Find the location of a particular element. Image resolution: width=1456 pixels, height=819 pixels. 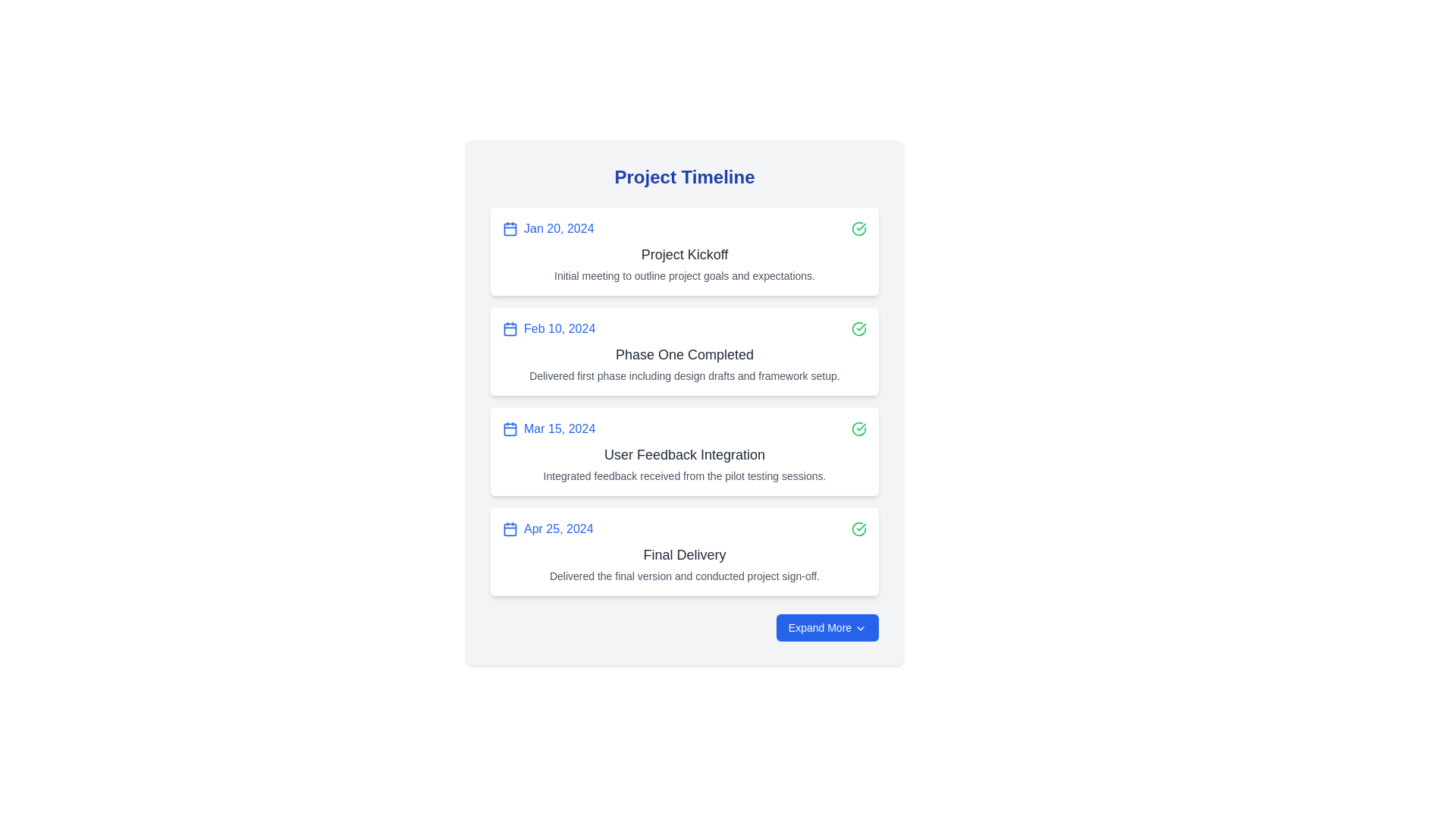

the downward-pointing chevron icon inside the blue 'Expand More' button located in the lower-right corner of the interface is located at coordinates (860, 629).